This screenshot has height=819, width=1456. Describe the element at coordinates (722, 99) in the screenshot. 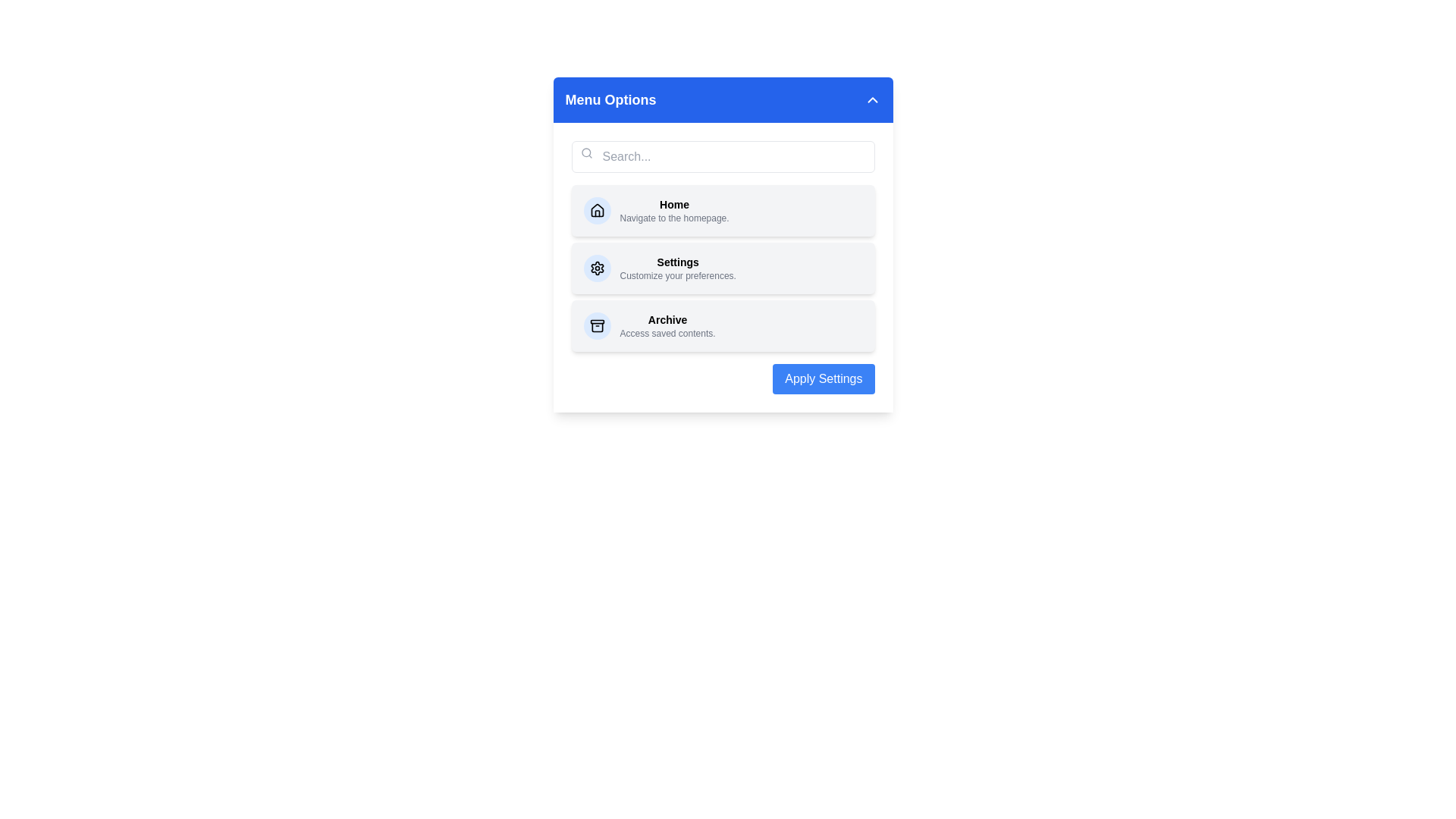

I see `the 'Menu Options' button to toggle the visibility of the menu` at that location.